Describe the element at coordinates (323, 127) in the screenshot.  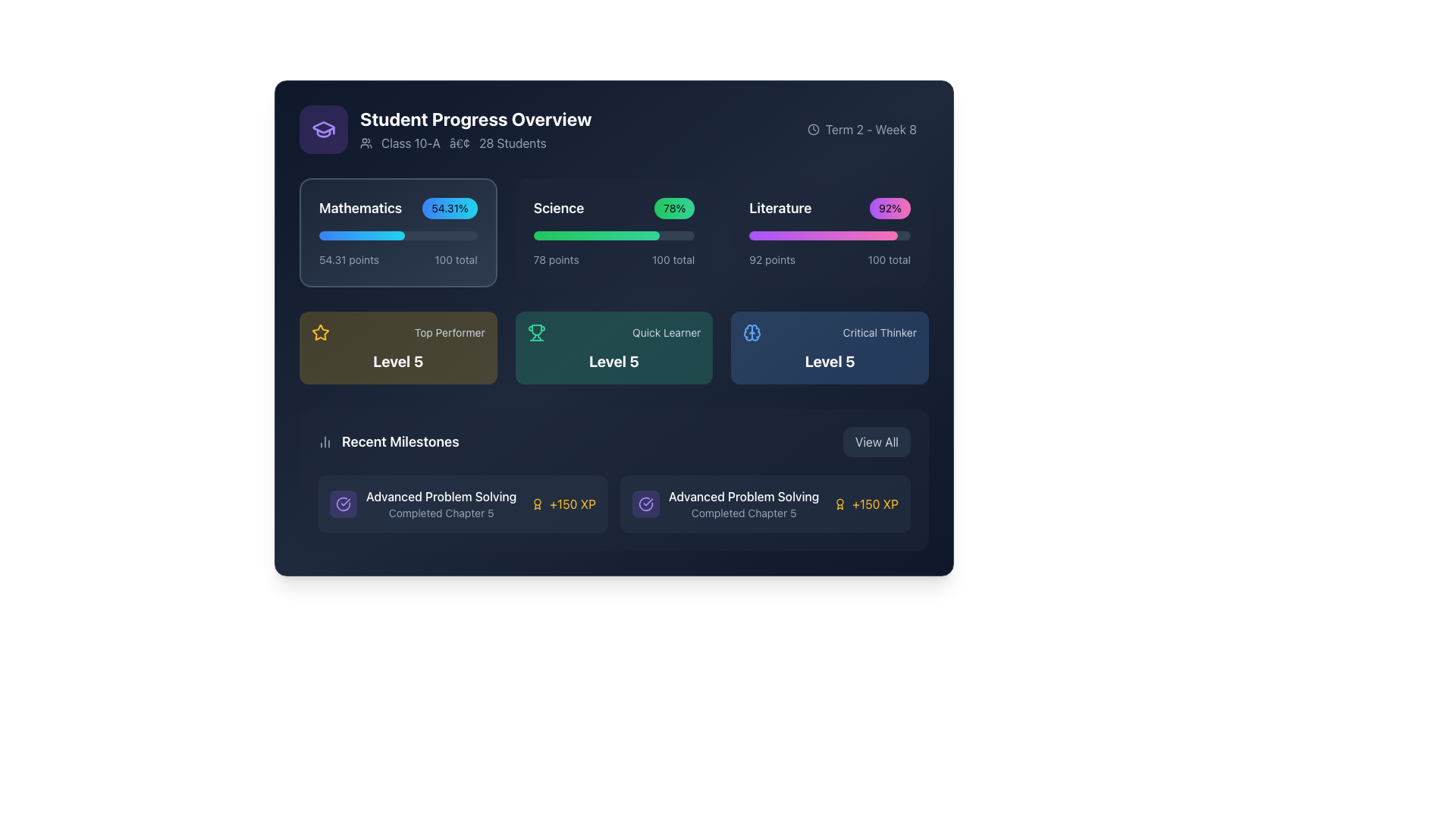
I see `the graduation cap icon, which is a stylized SVG element with a polygonal shape and tassel detail located on the top-left side of the interface` at that location.